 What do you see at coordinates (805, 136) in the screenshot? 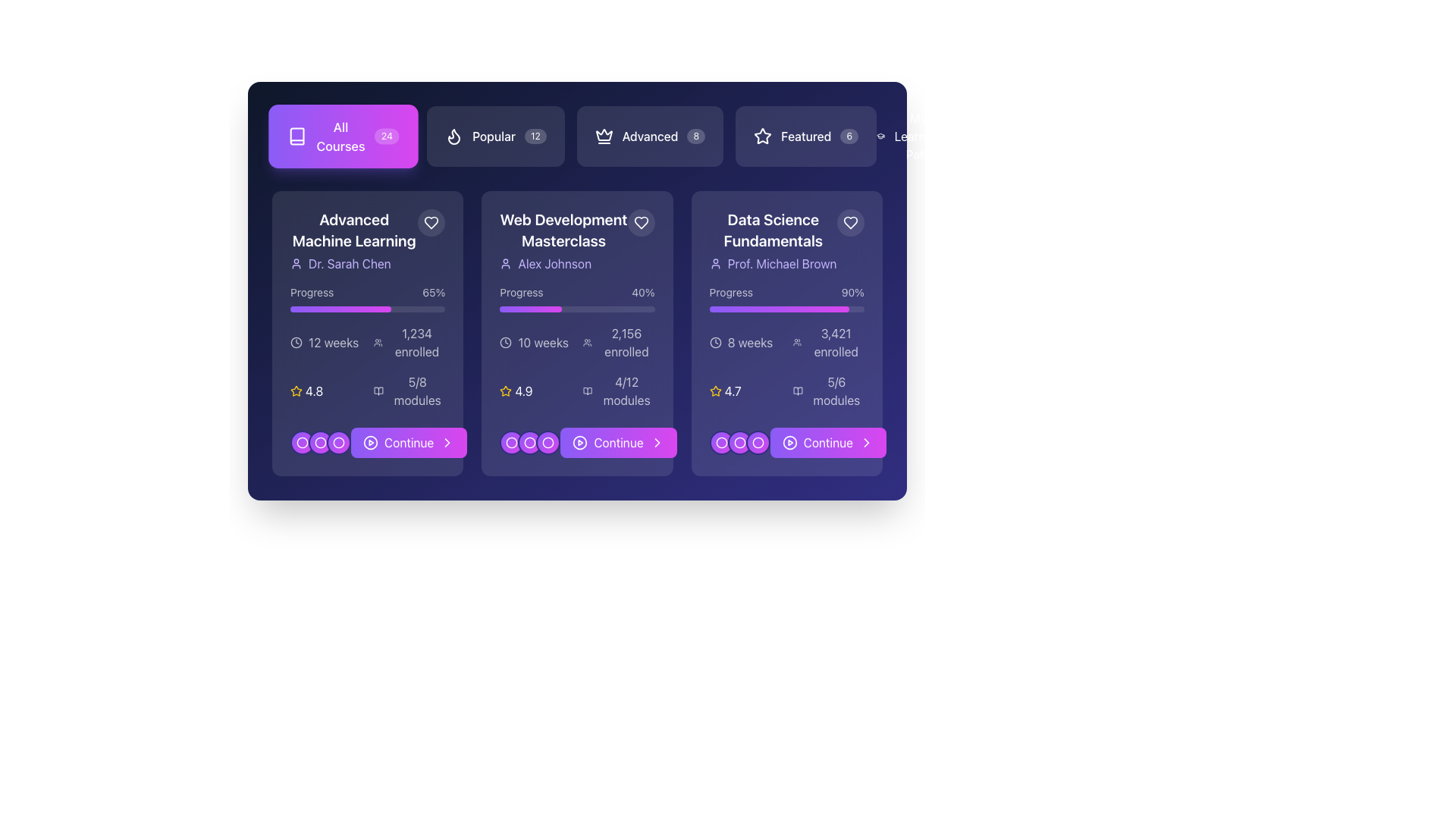
I see `the 'Featured' text label located within the category section, positioned between a star icon and a small badge displaying '6'` at bounding box center [805, 136].